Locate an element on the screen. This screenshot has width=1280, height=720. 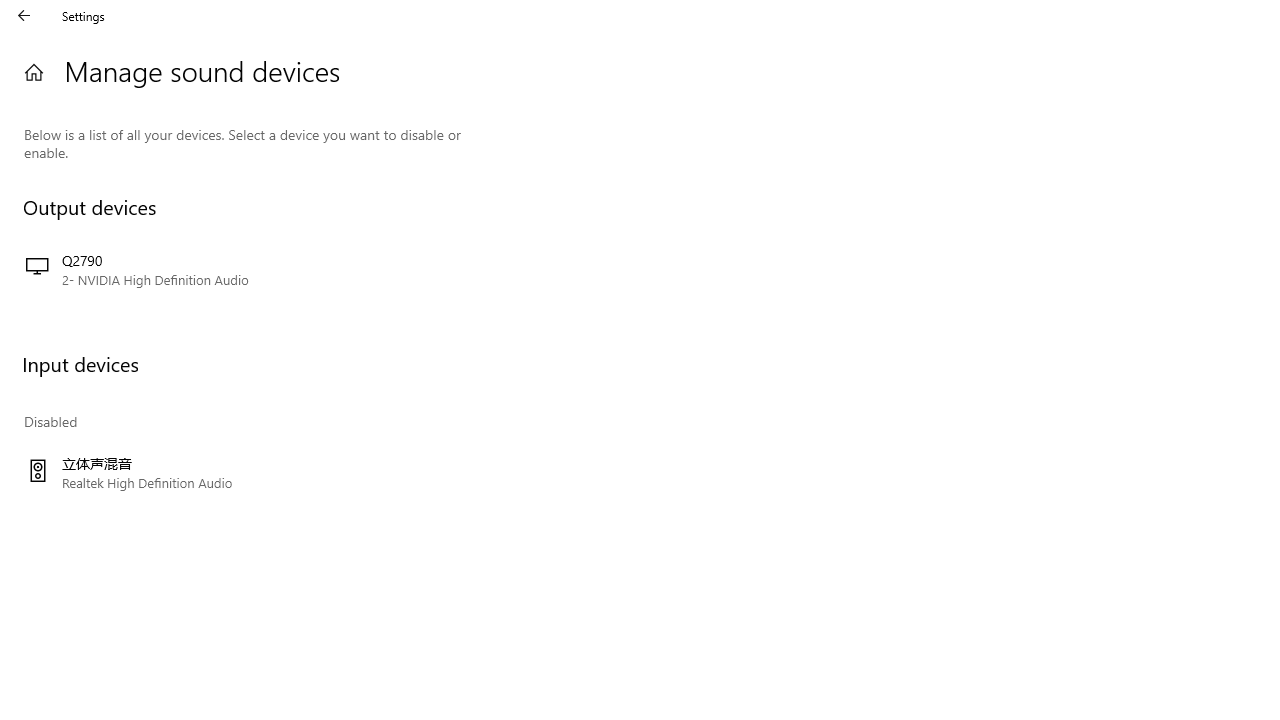
'Home' is located at coordinates (33, 71).